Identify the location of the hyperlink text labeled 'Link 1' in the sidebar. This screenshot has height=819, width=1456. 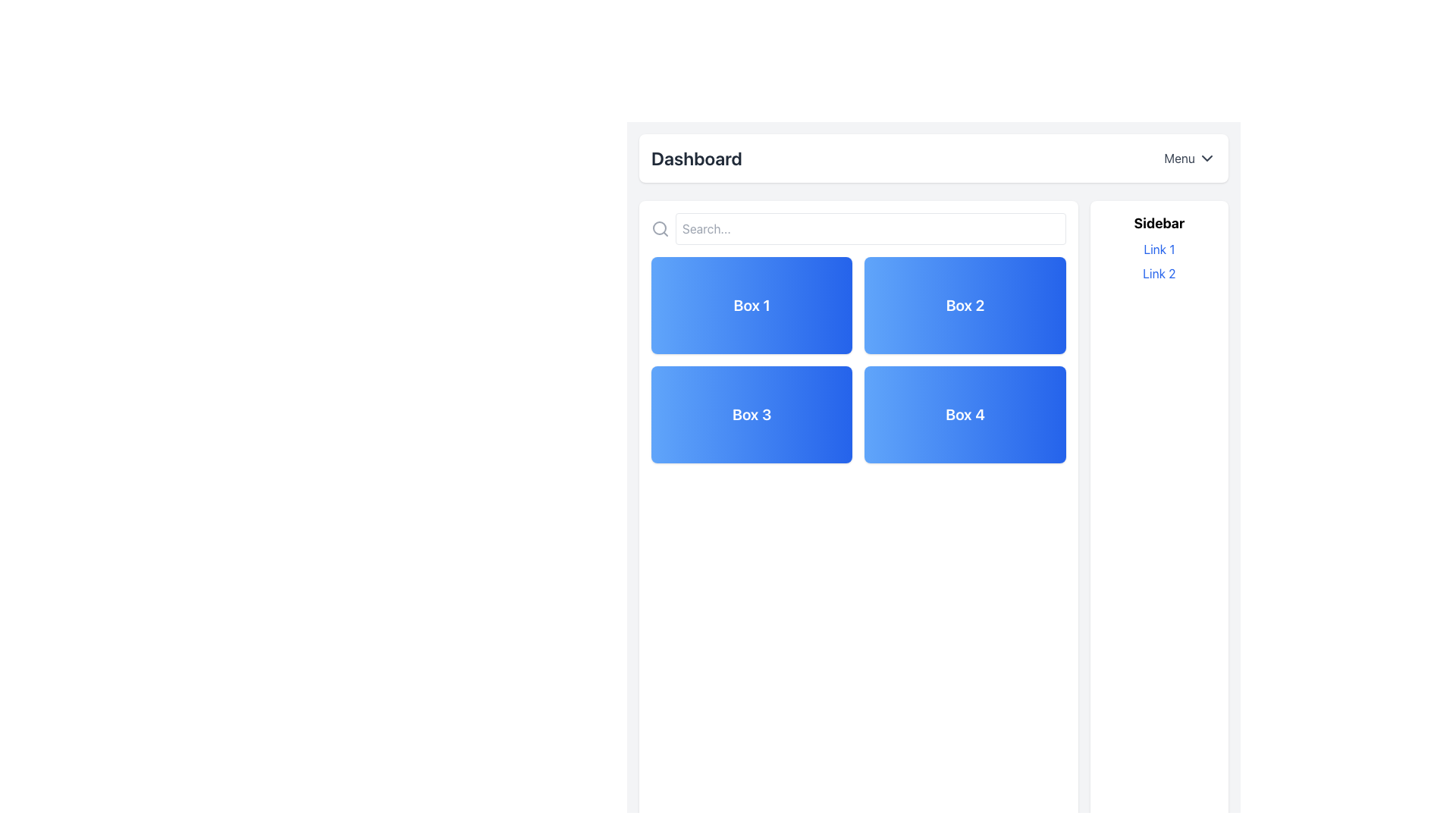
(1158, 248).